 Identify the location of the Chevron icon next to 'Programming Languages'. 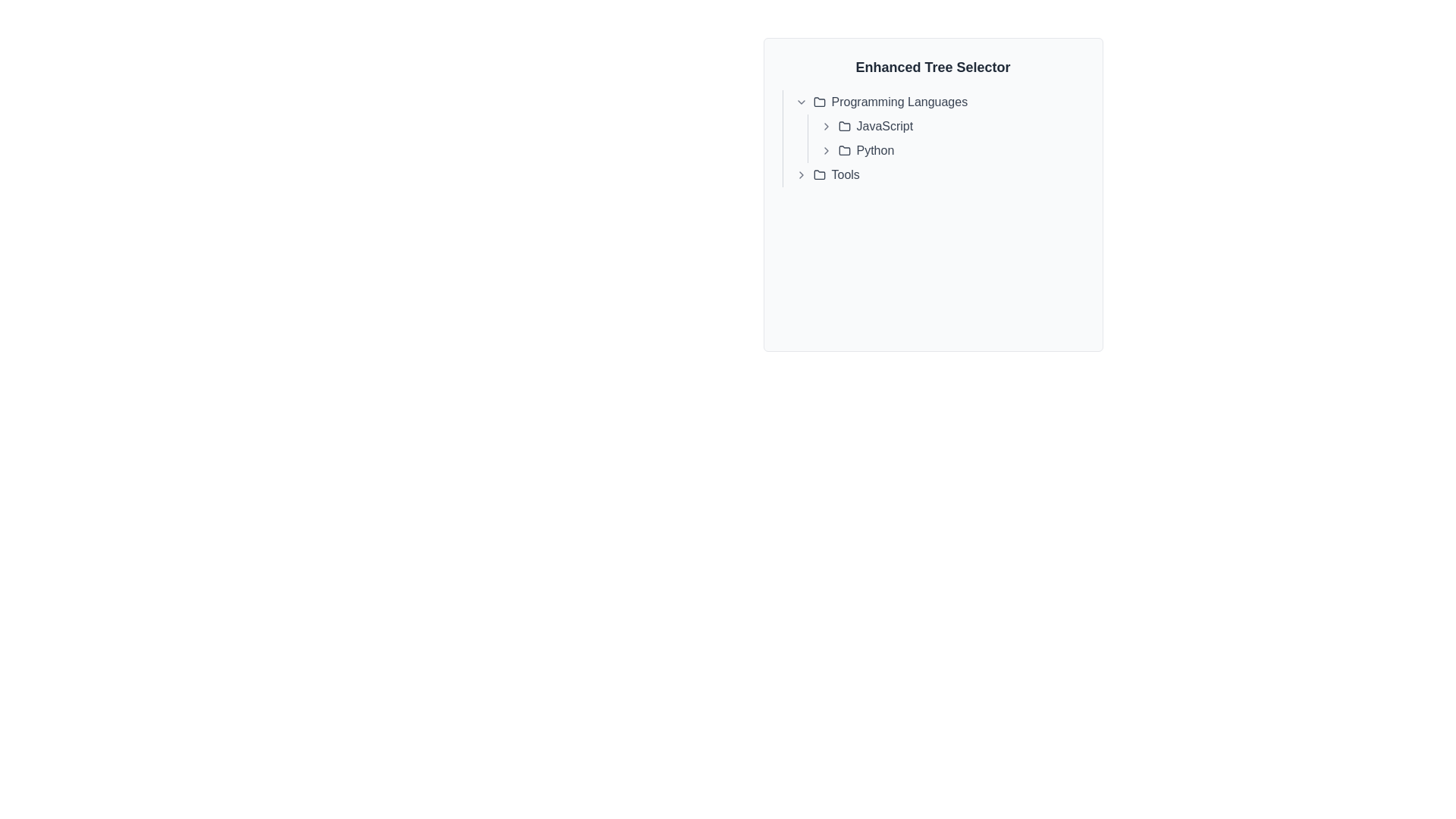
(800, 102).